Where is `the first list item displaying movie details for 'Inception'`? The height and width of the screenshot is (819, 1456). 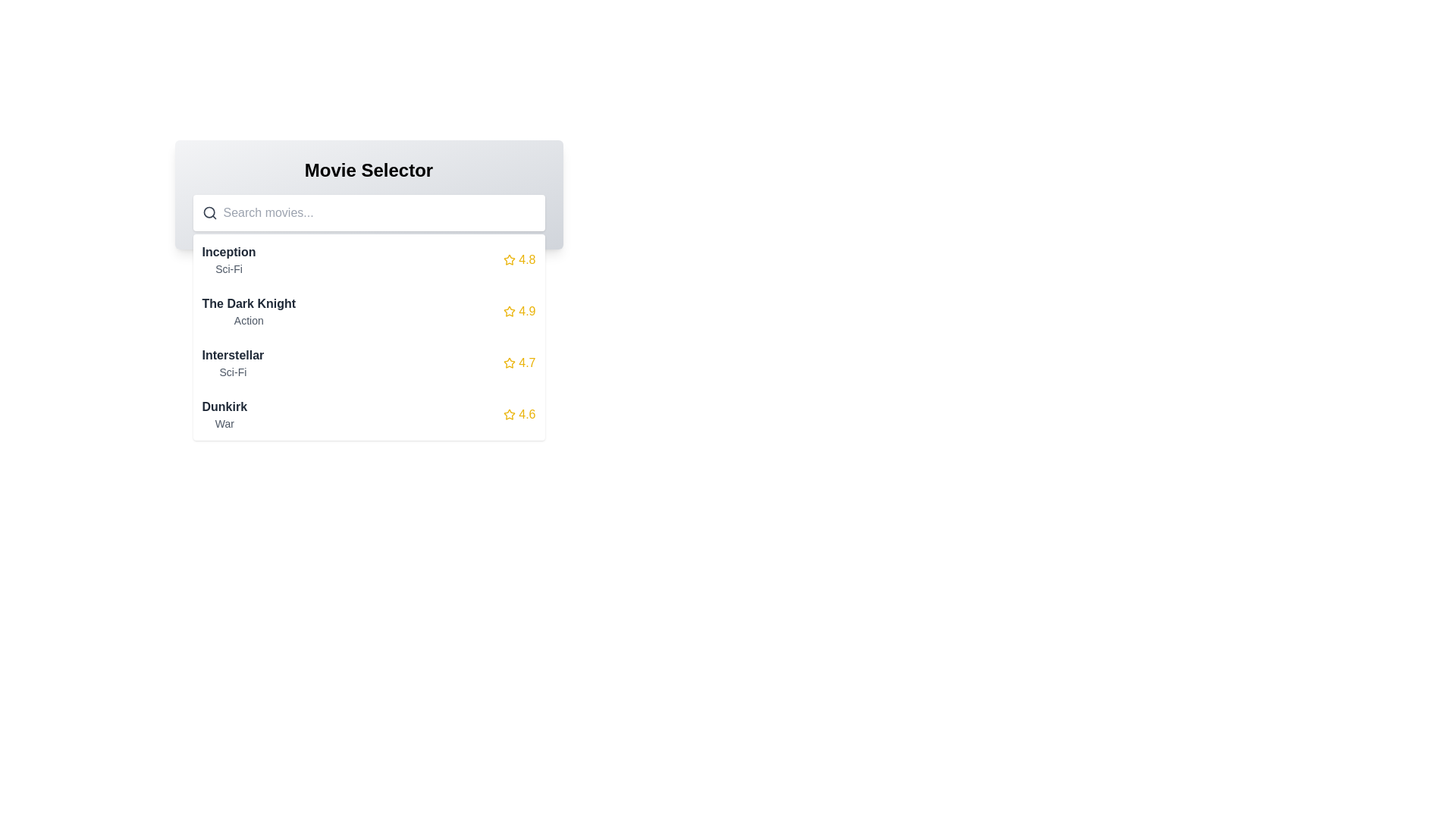
the first list item displaying movie details for 'Inception' is located at coordinates (369, 259).